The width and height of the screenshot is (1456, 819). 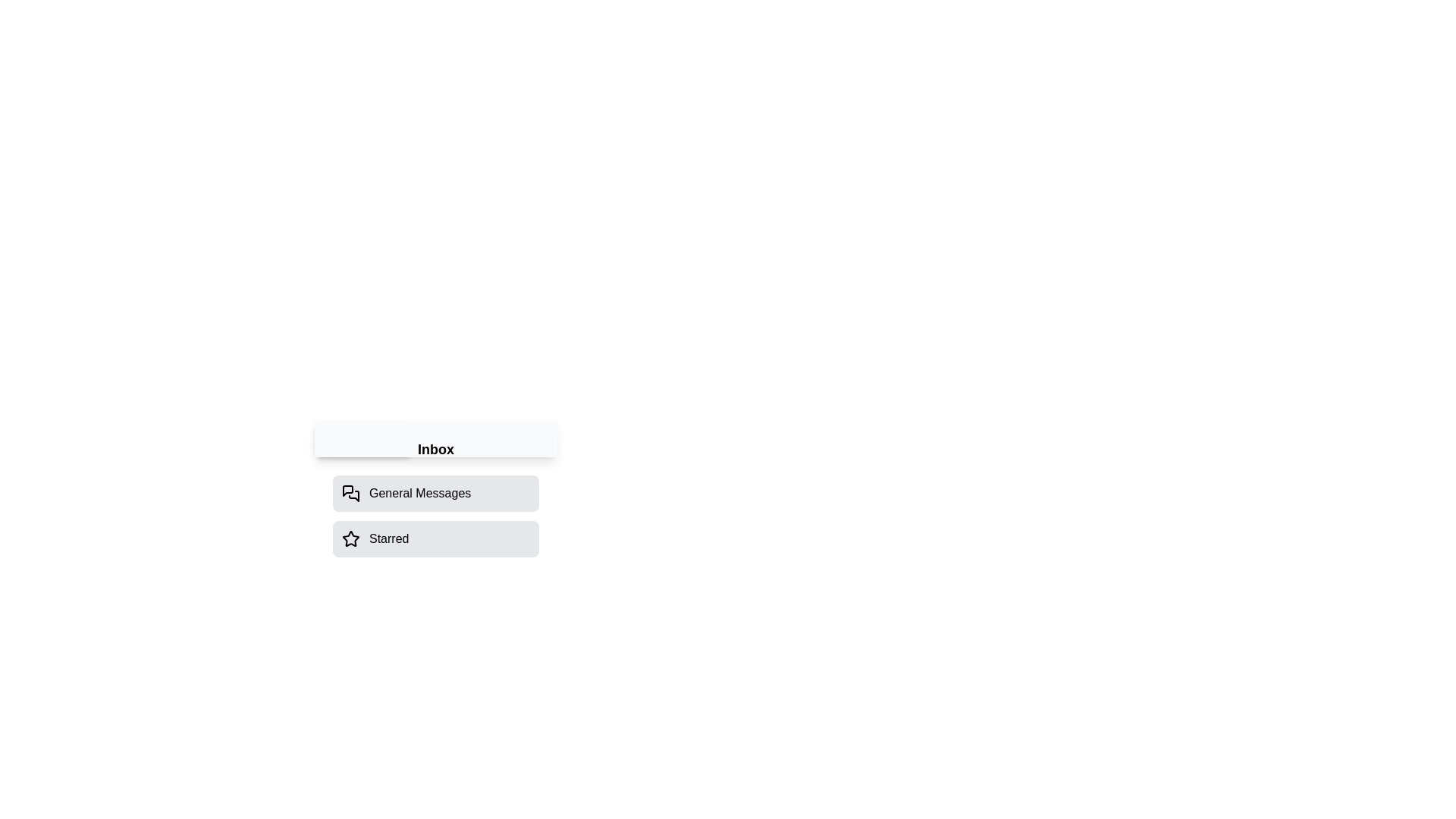 What do you see at coordinates (435, 494) in the screenshot?
I see `the 'General Messages' option` at bounding box center [435, 494].